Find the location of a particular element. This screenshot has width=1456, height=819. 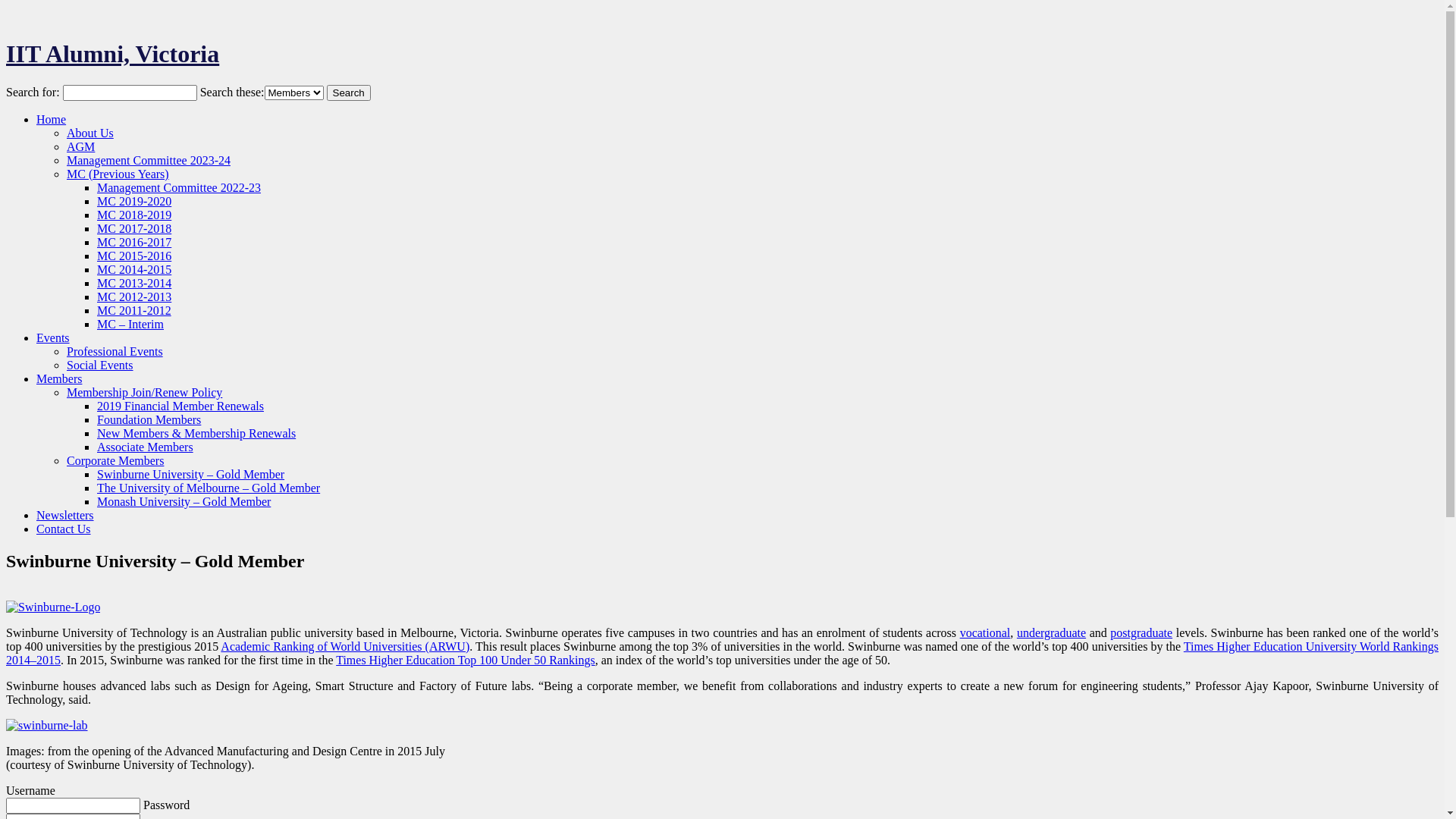

'AGM' is located at coordinates (80, 146).